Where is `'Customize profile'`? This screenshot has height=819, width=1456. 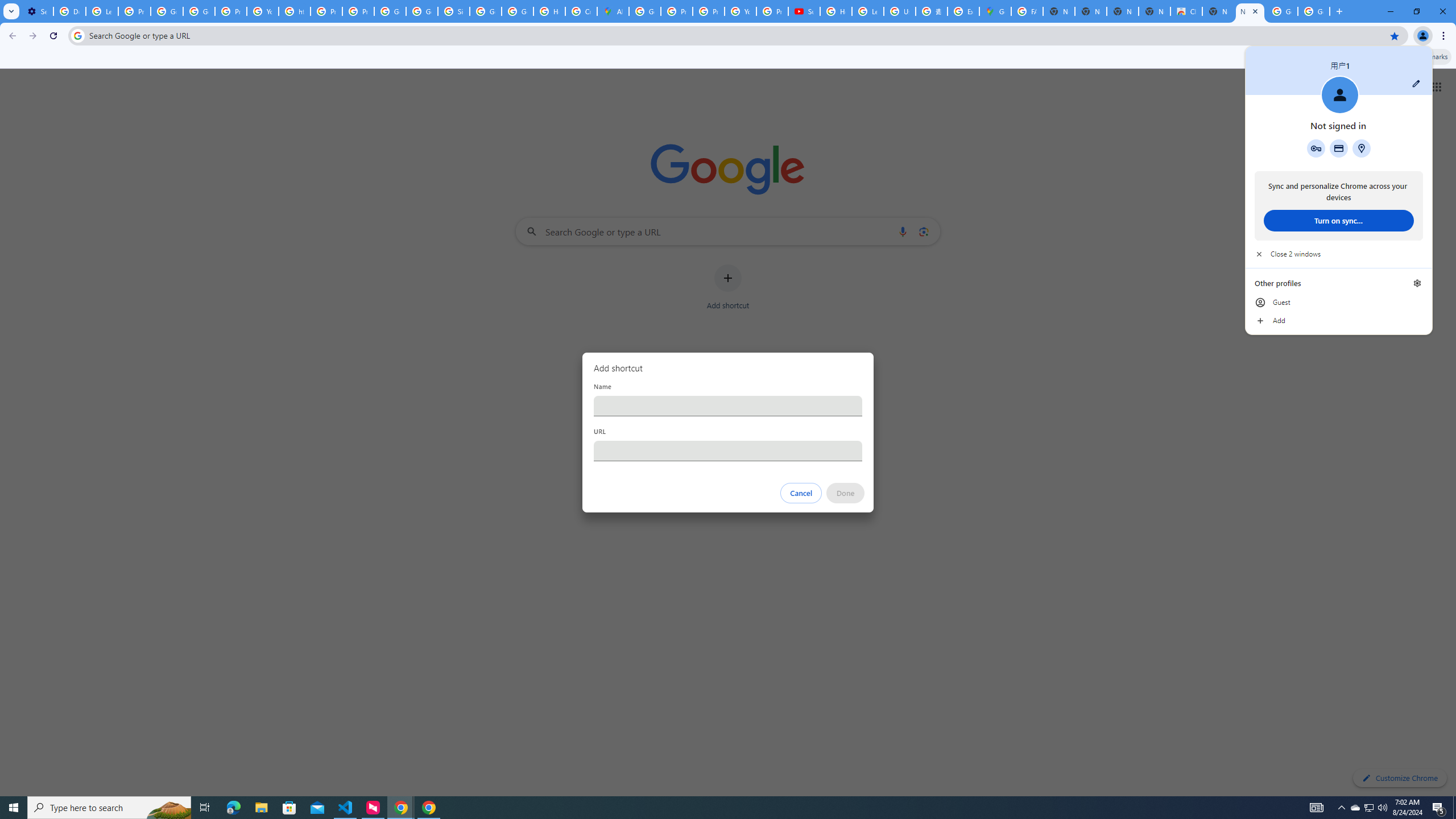
'Customize profile' is located at coordinates (1415, 82).